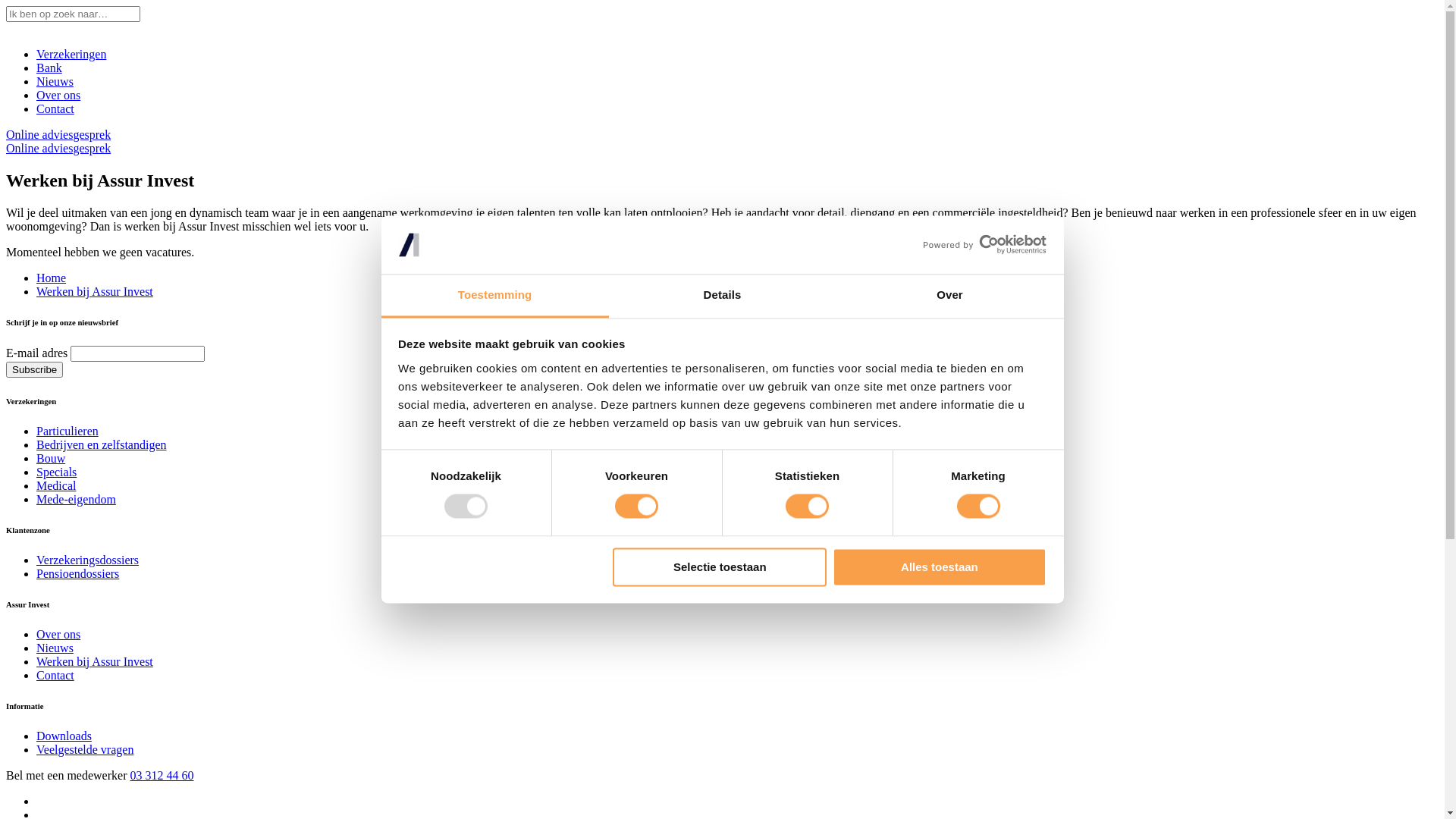 The width and height of the screenshot is (1456, 819). I want to click on 'Details', so click(720, 296).